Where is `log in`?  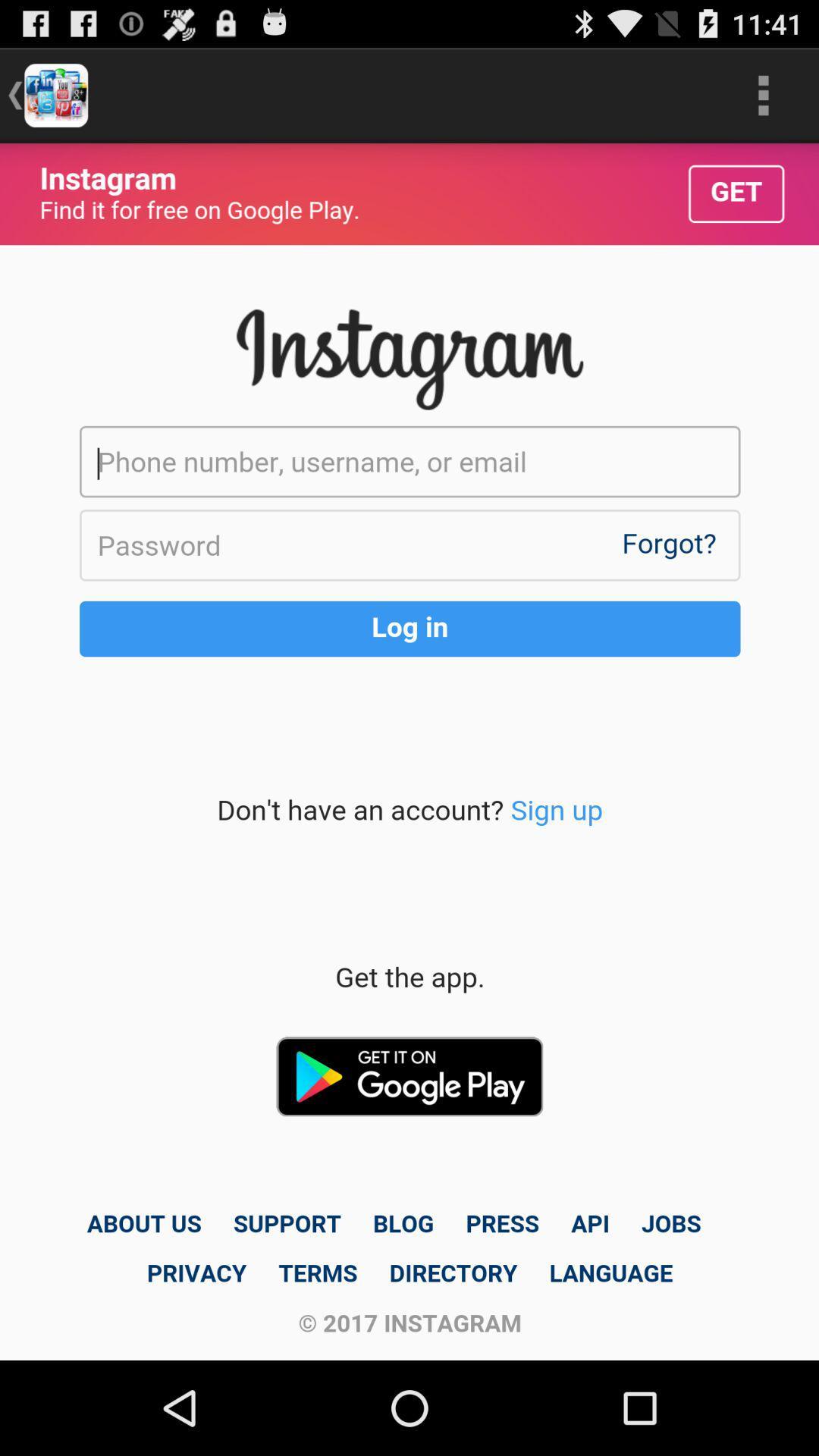
log in is located at coordinates (409, 752).